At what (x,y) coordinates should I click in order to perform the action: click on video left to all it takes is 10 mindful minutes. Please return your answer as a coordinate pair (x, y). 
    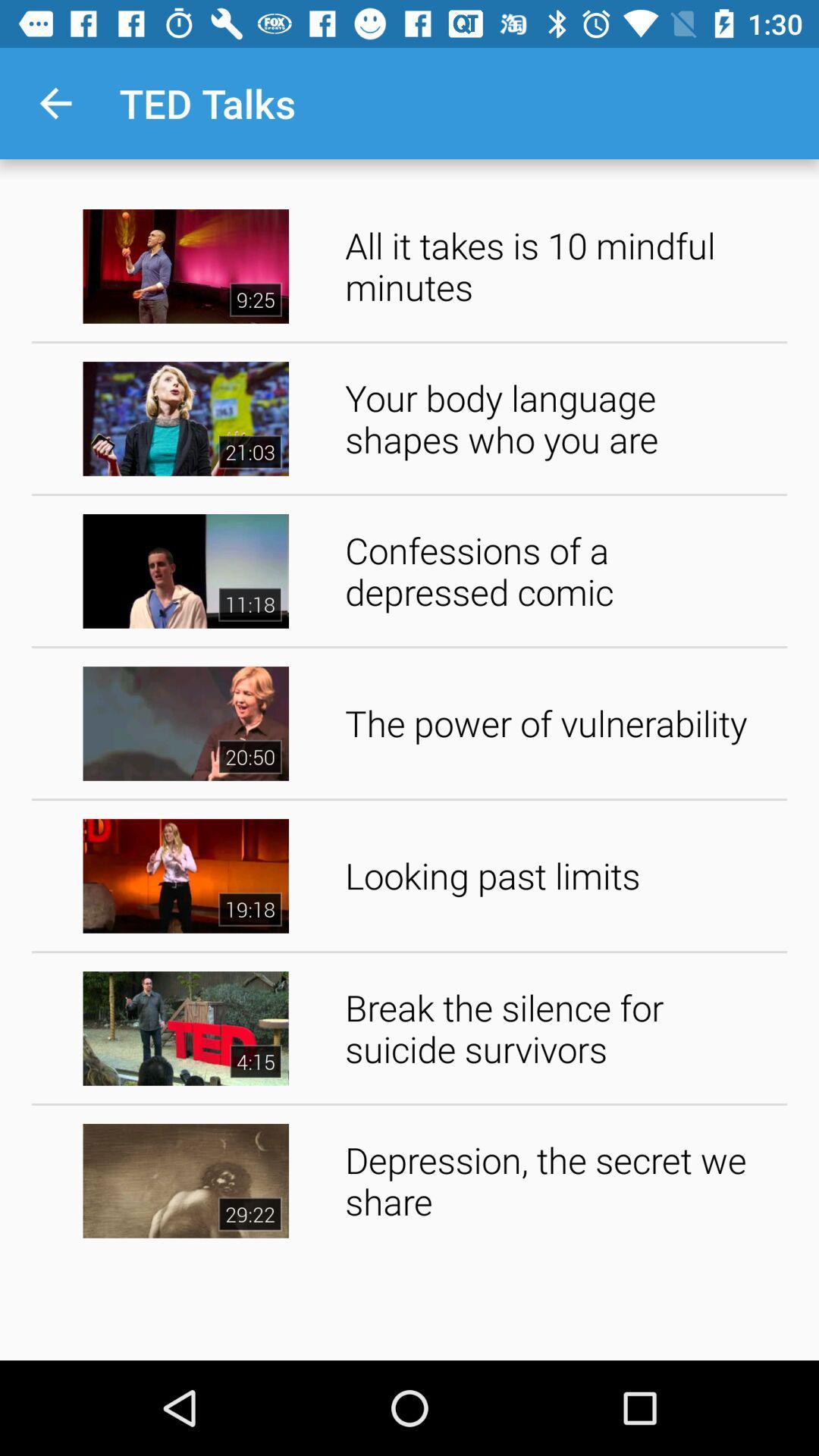
    Looking at the image, I should click on (185, 266).